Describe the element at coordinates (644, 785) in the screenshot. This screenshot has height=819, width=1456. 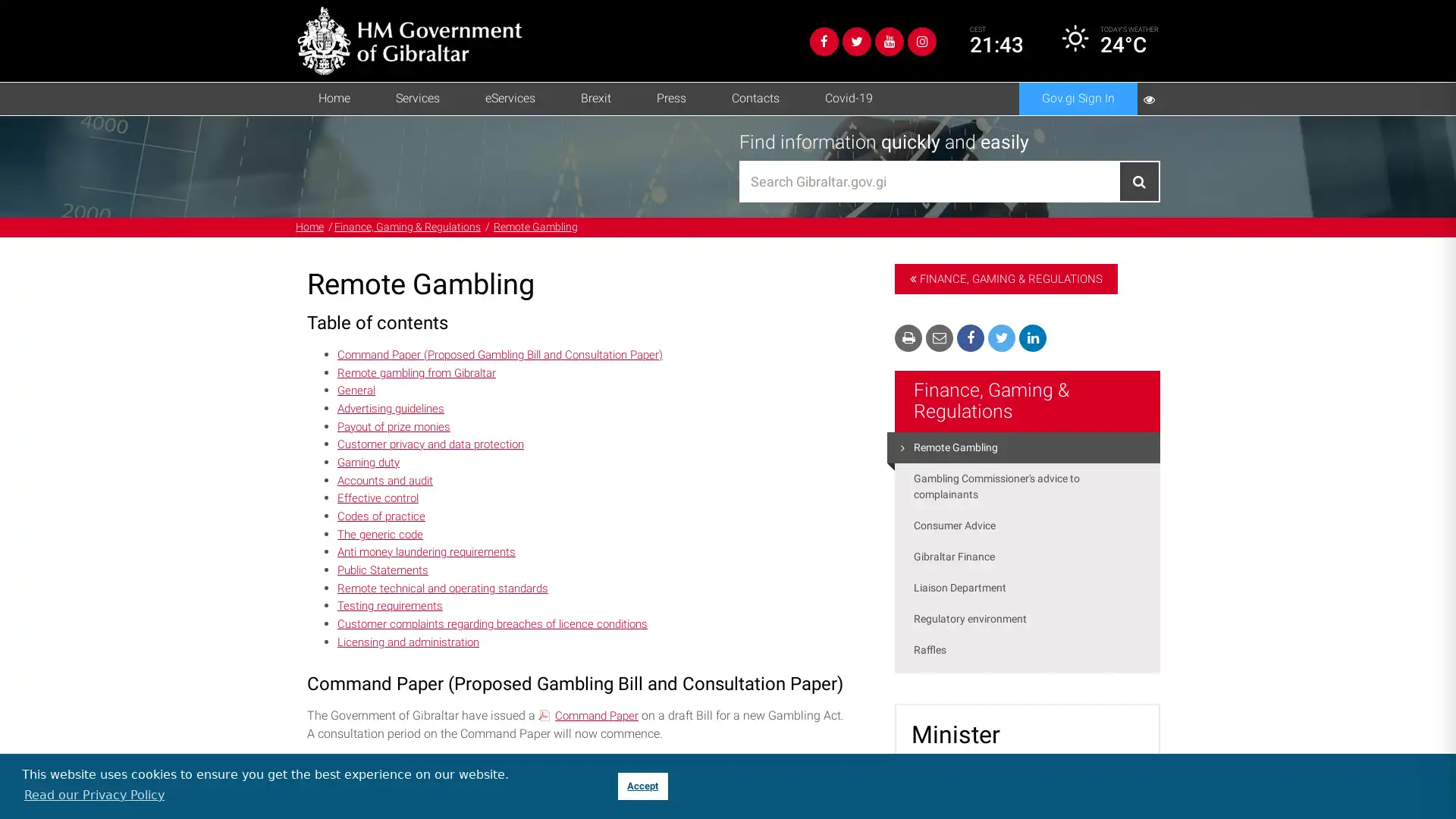
I see `dismiss cookie message` at that location.